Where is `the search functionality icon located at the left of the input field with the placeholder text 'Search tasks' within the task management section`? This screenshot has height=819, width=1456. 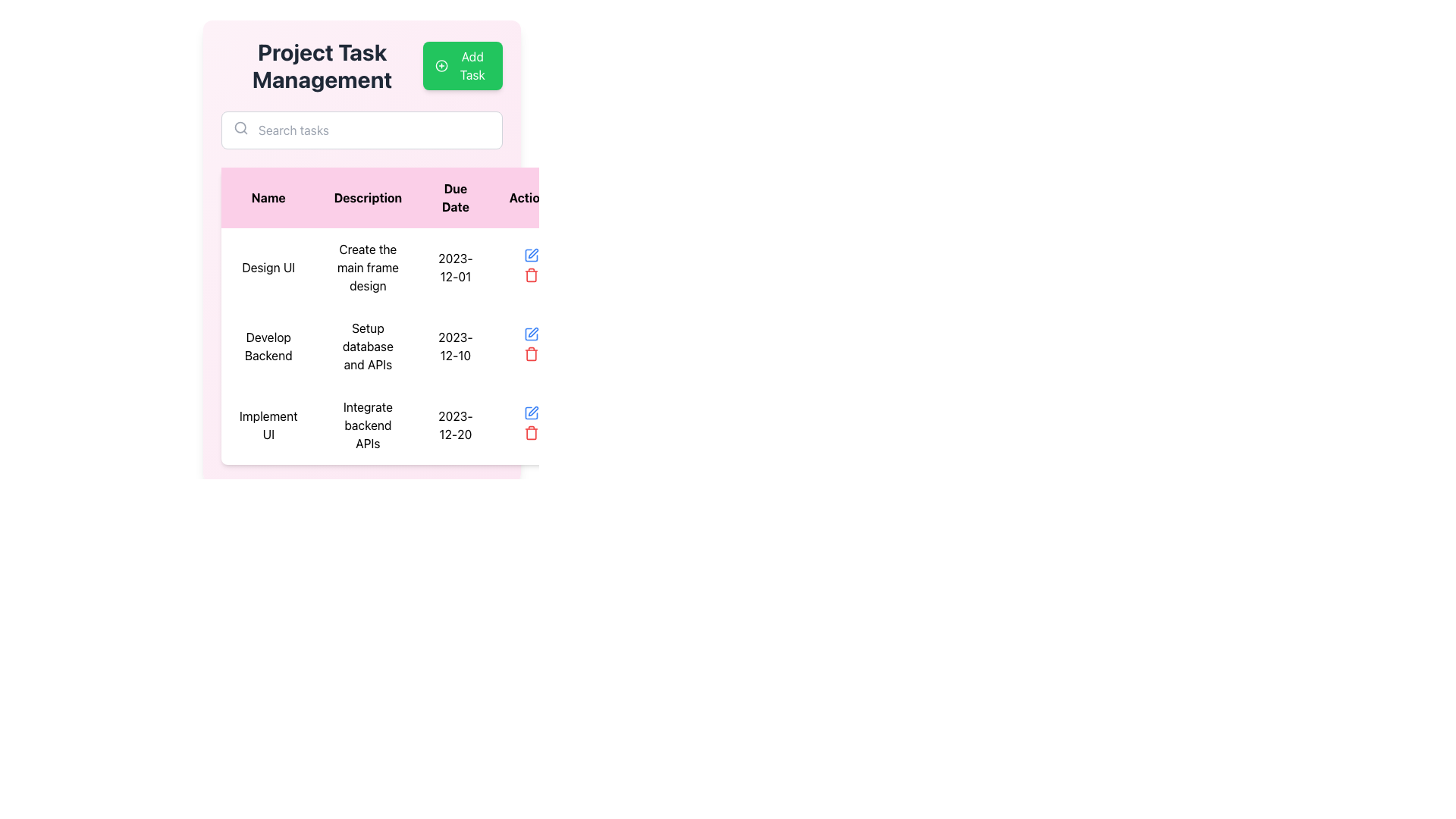 the search functionality icon located at the left of the input field with the placeholder text 'Search tasks' within the task management section is located at coordinates (240, 127).